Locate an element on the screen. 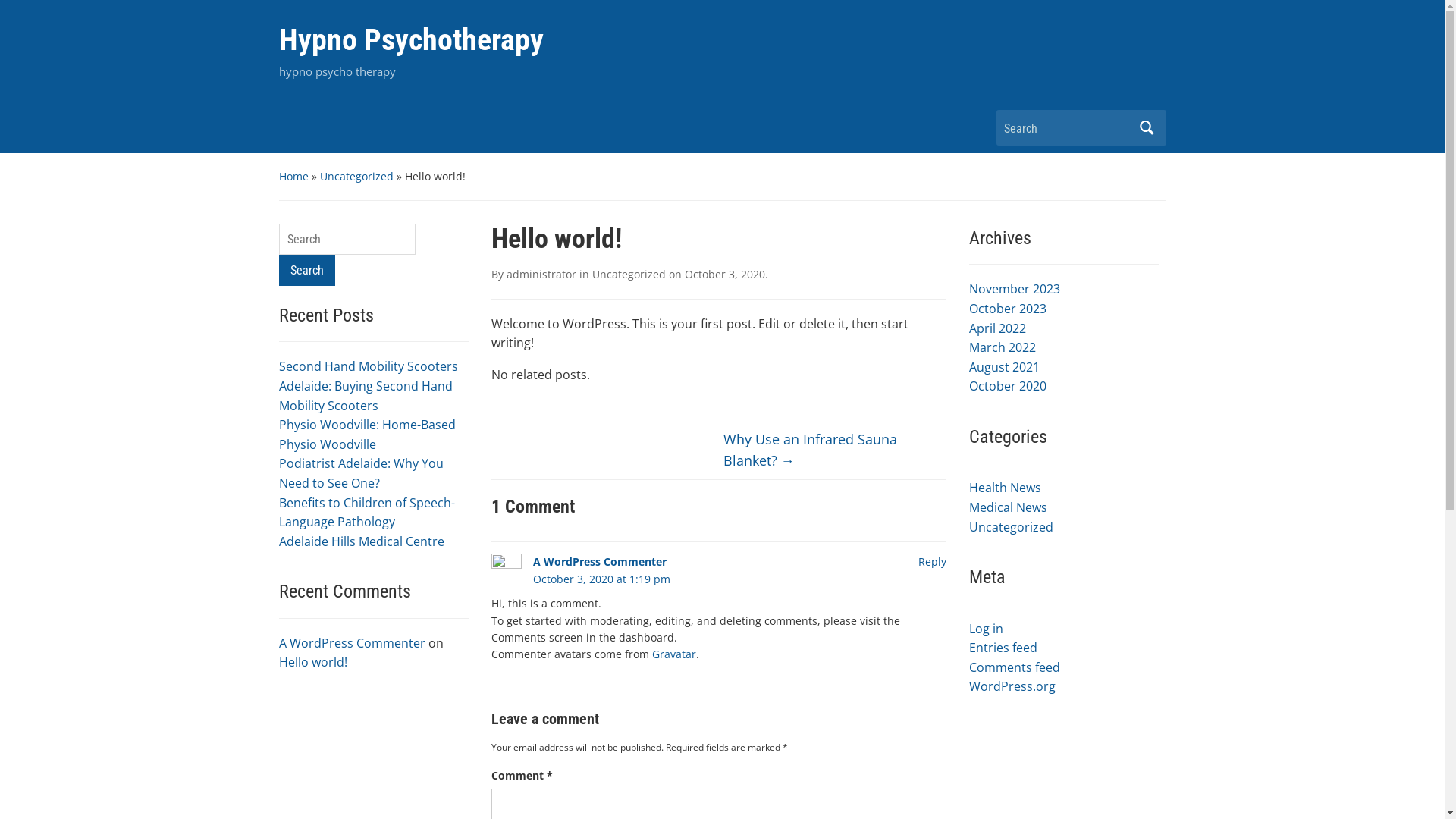 Image resolution: width=1456 pixels, height=819 pixels. 'November 2023' is located at coordinates (1015, 289).